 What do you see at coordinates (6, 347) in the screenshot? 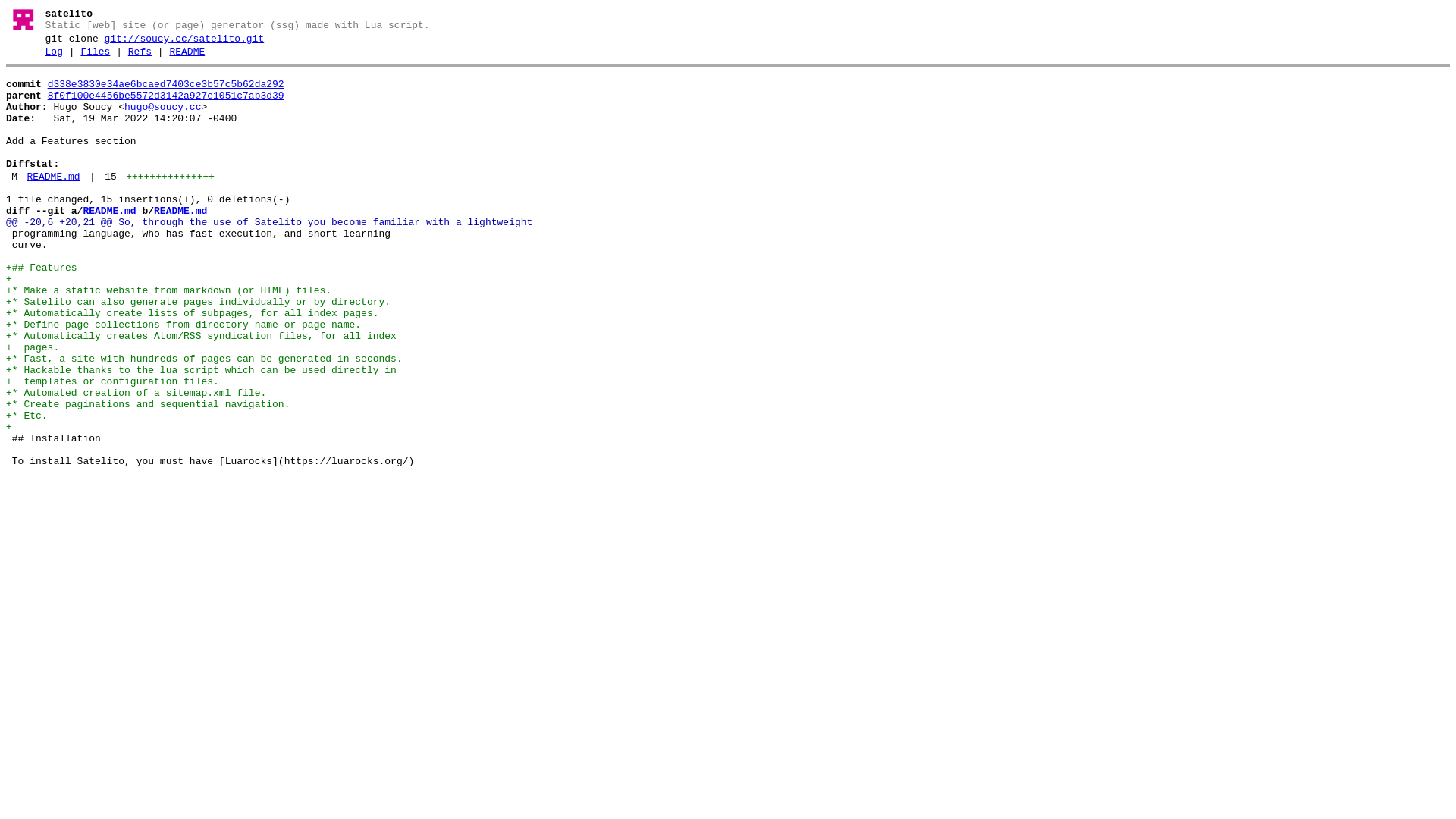
I see `'+  pages.'` at bounding box center [6, 347].